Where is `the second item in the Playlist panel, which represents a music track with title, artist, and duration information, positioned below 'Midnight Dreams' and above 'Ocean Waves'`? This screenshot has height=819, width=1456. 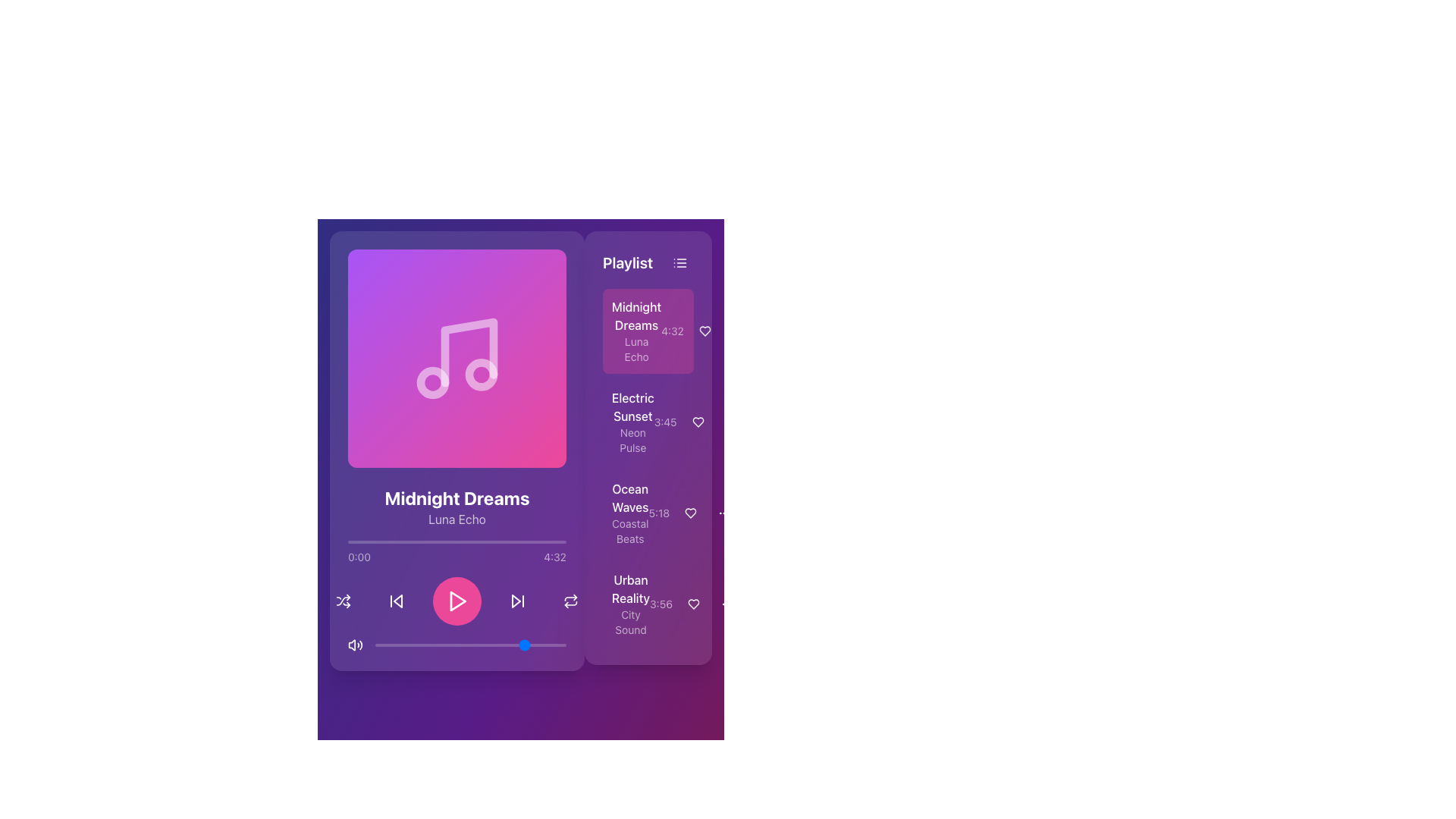
the second item in the Playlist panel, which represents a music track with title, artist, and duration information, positioned below 'Midnight Dreams' and above 'Ocean Waves' is located at coordinates (648, 467).